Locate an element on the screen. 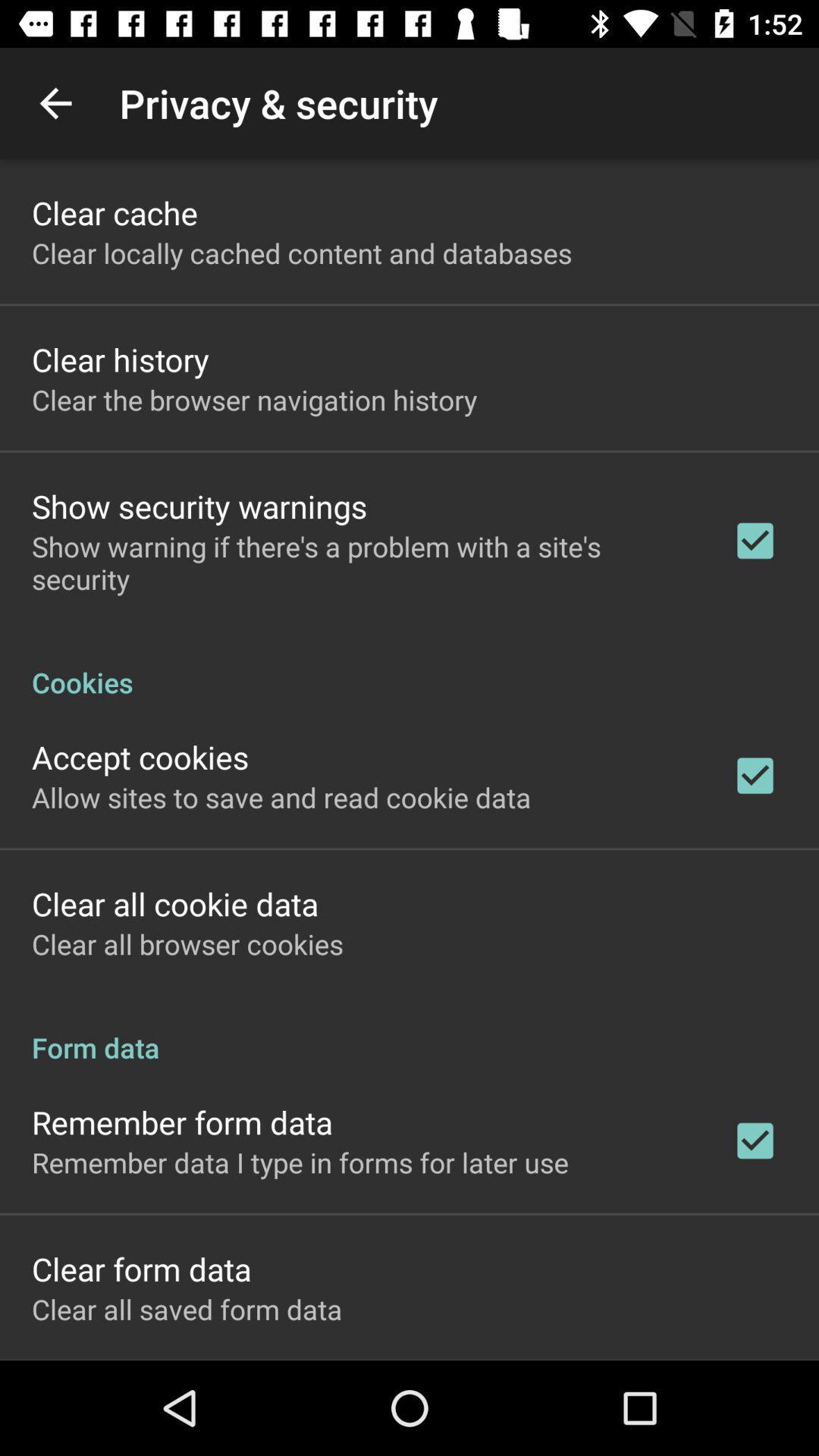 Image resolution: width=819 pixels, height=1456 pixels. app below accept cookies icon is located at coordinates (281, 796).